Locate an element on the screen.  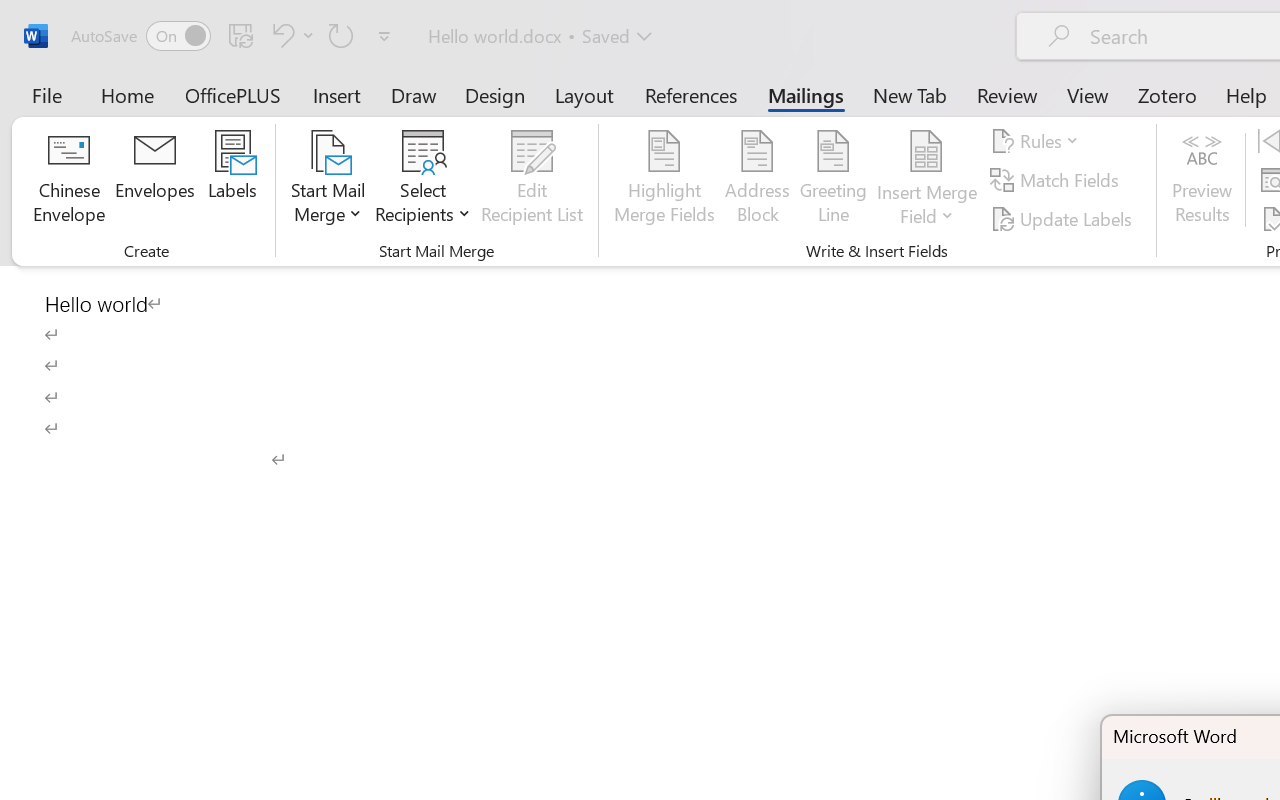
'Draw' is located at coordinates (413, 94).